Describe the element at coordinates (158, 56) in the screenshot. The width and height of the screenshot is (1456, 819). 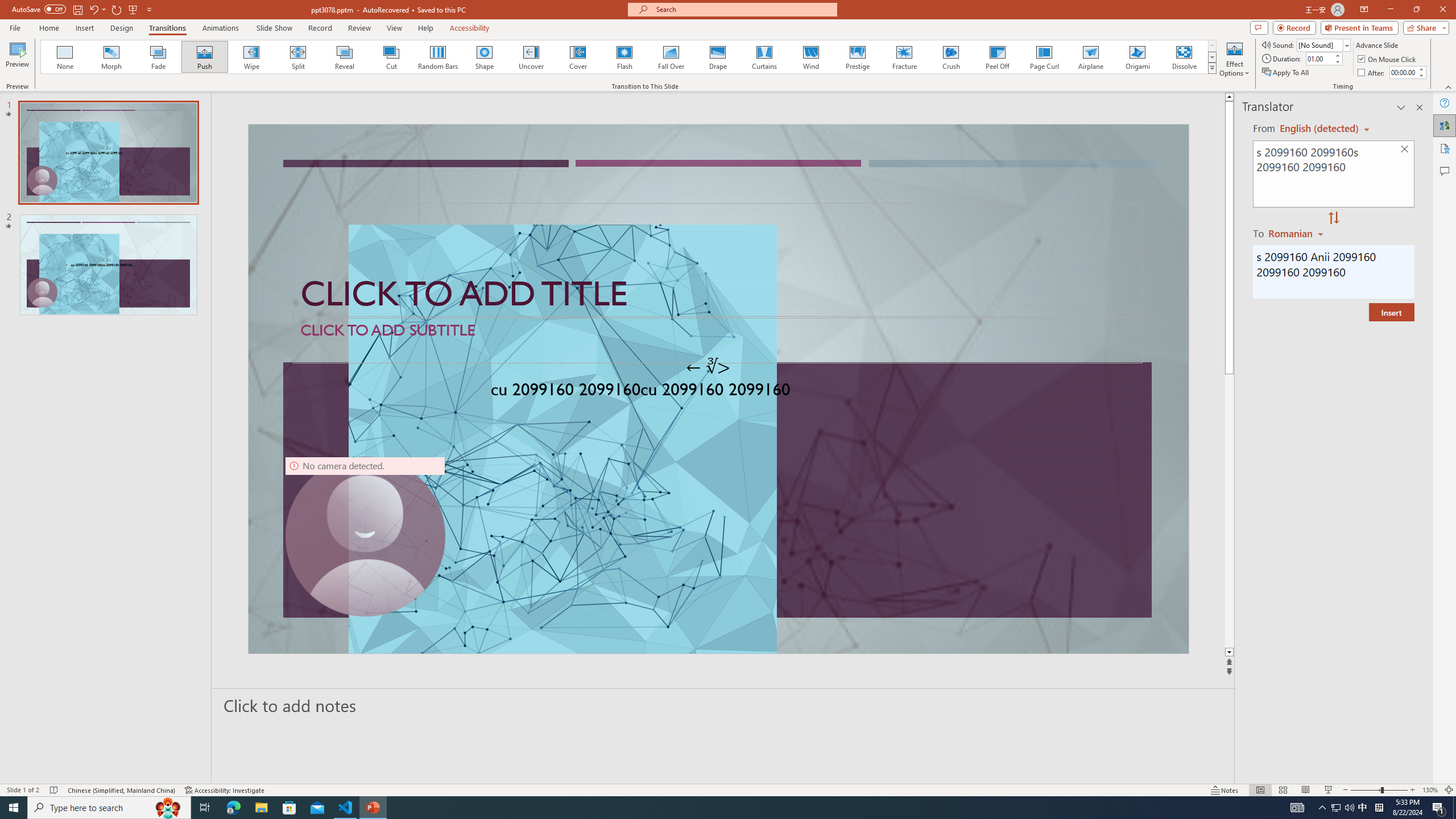
I see `'Fade'` at that location.